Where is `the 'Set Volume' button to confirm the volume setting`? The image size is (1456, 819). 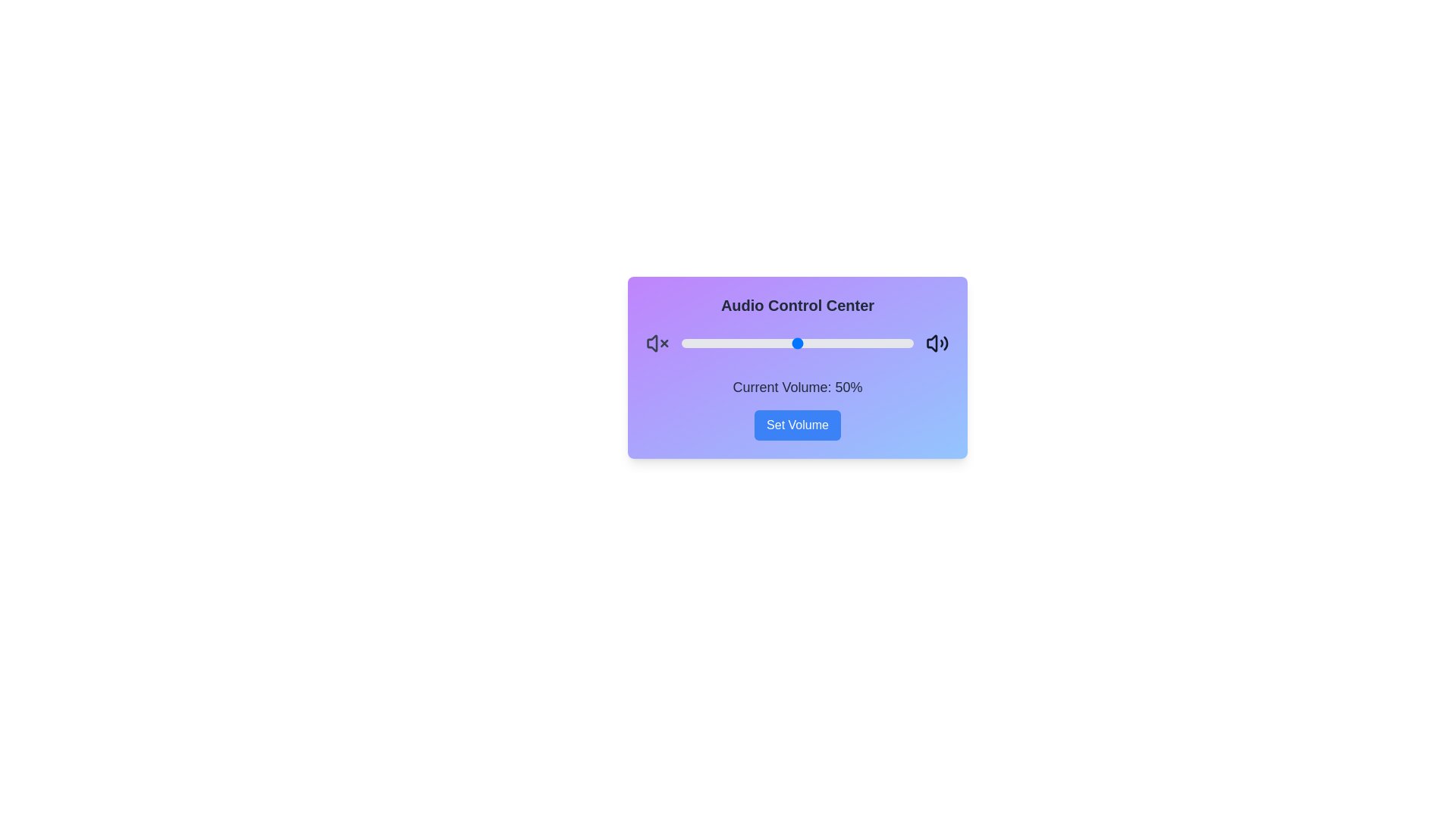
the 'Set Volume' button to confirm the volume setting is located at coordinates (796, 425).